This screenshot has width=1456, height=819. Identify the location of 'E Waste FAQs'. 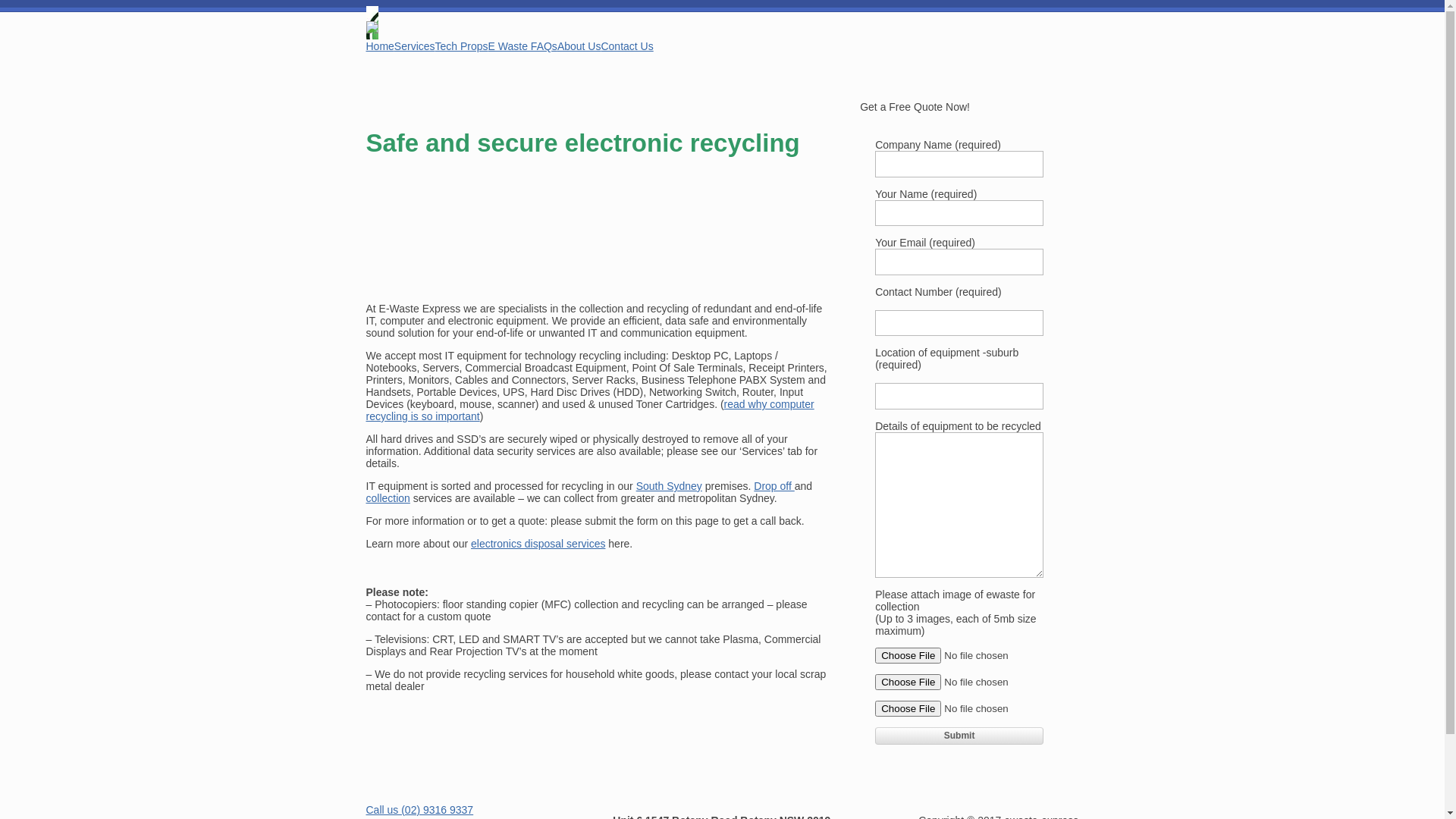
(522, 45).